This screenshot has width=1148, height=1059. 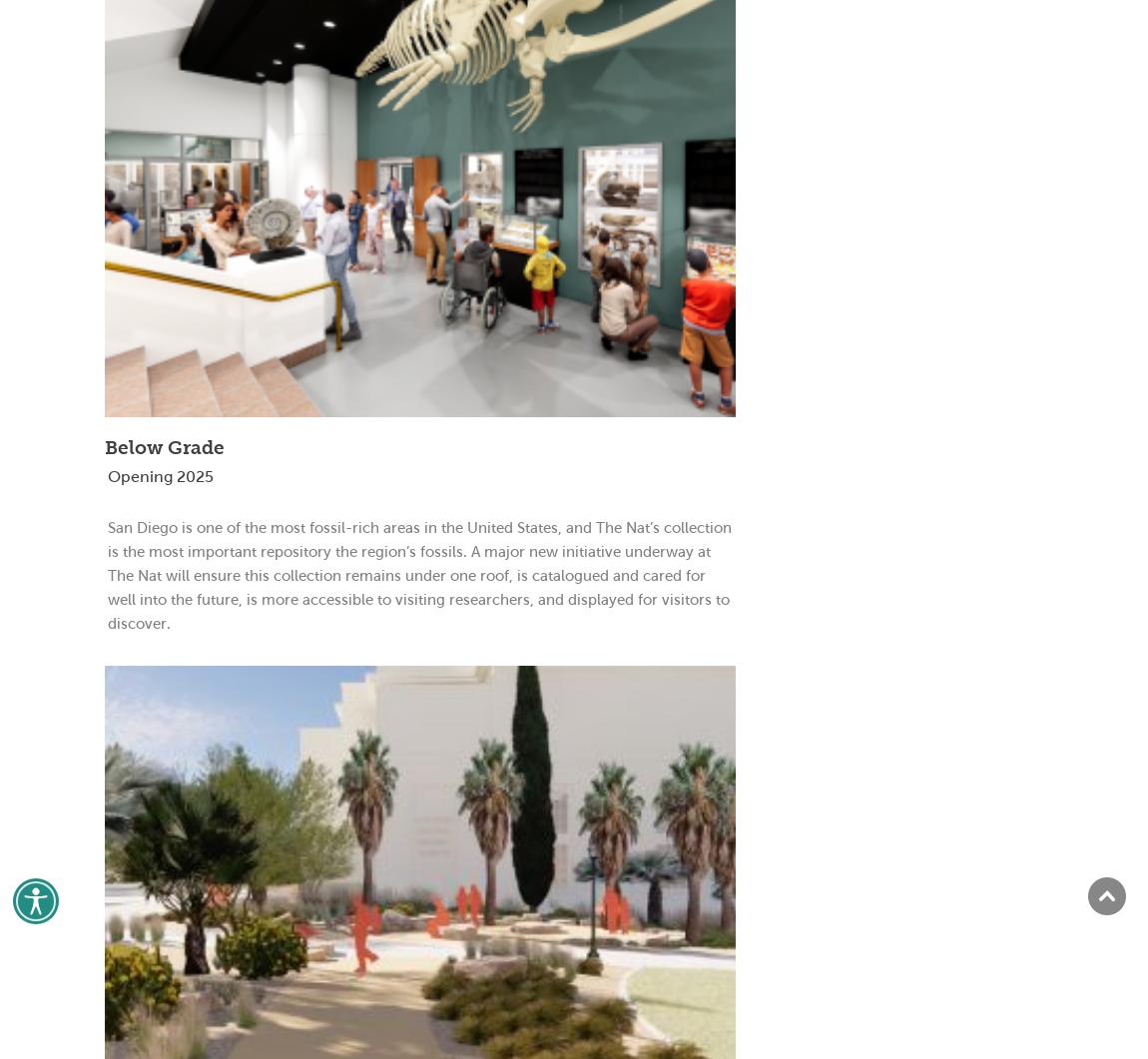 I want to click on '. A major new', so click(x=512, y=550).